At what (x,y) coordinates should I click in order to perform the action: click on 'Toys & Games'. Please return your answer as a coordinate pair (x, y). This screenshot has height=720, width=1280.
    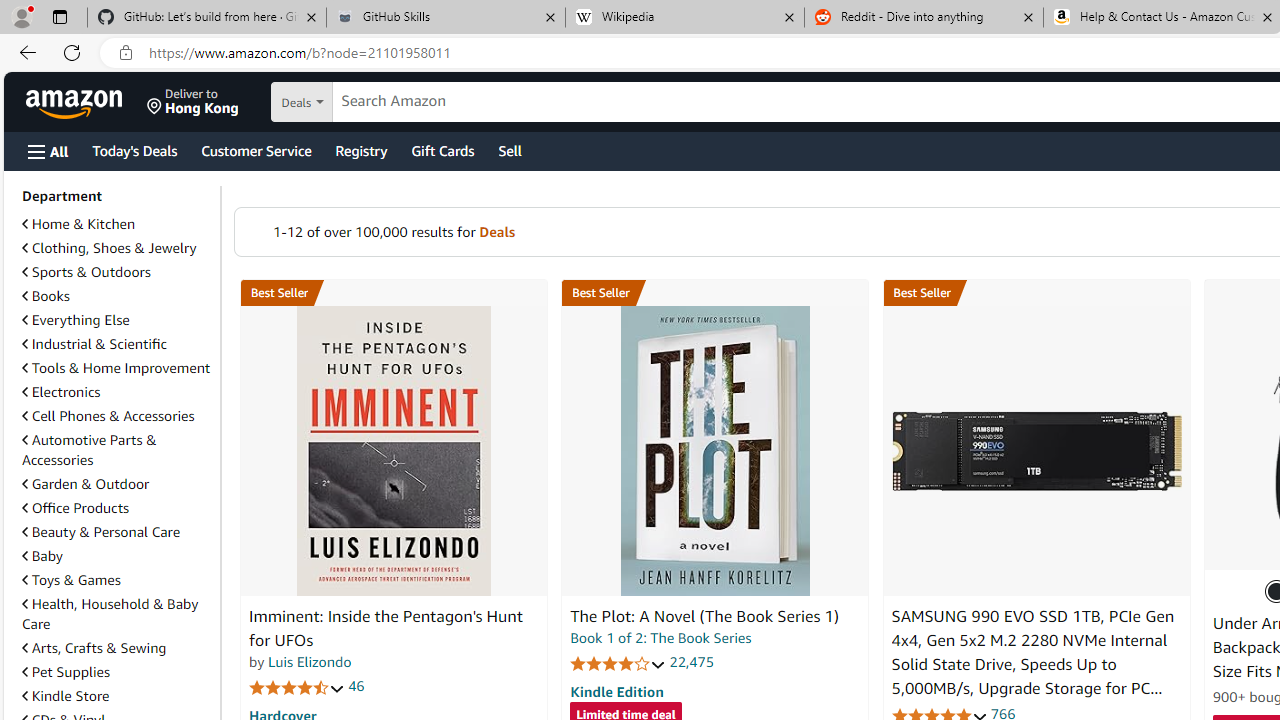
    Looking at the image, I should click on (71, 579).